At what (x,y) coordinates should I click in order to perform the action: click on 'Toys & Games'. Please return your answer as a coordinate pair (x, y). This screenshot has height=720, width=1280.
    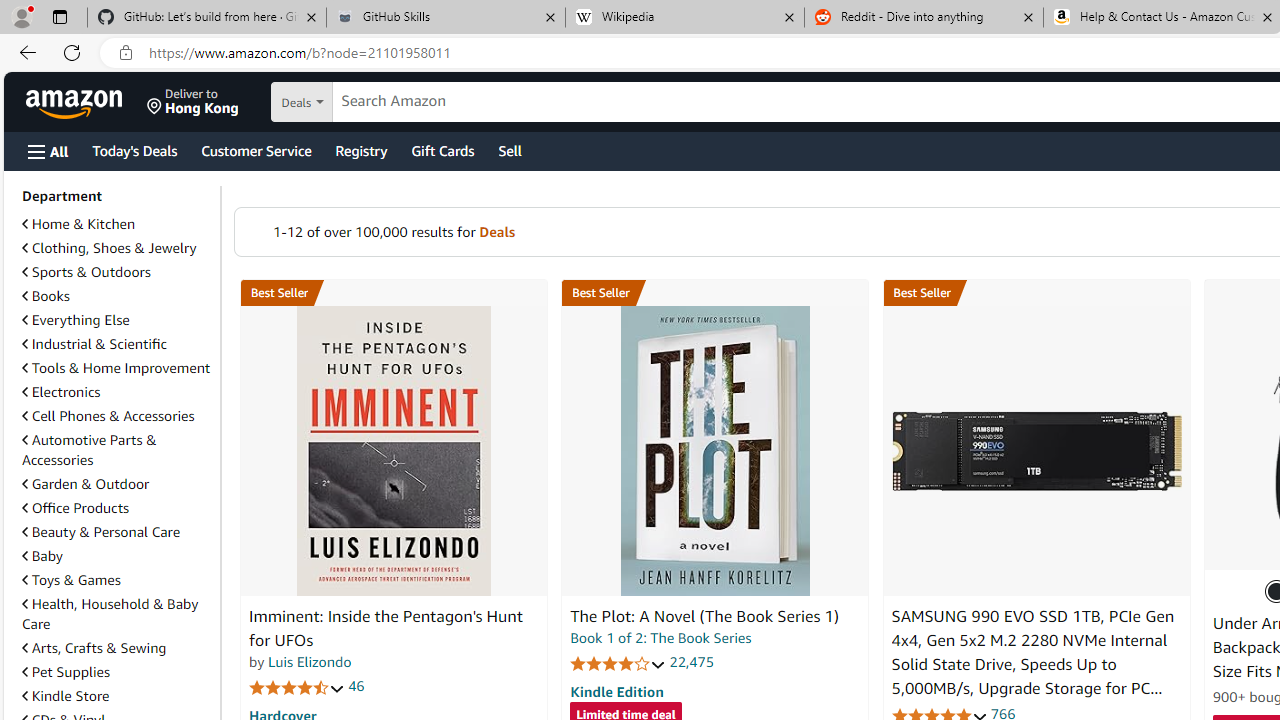
    Looking at the image, I should click on (71, 579).